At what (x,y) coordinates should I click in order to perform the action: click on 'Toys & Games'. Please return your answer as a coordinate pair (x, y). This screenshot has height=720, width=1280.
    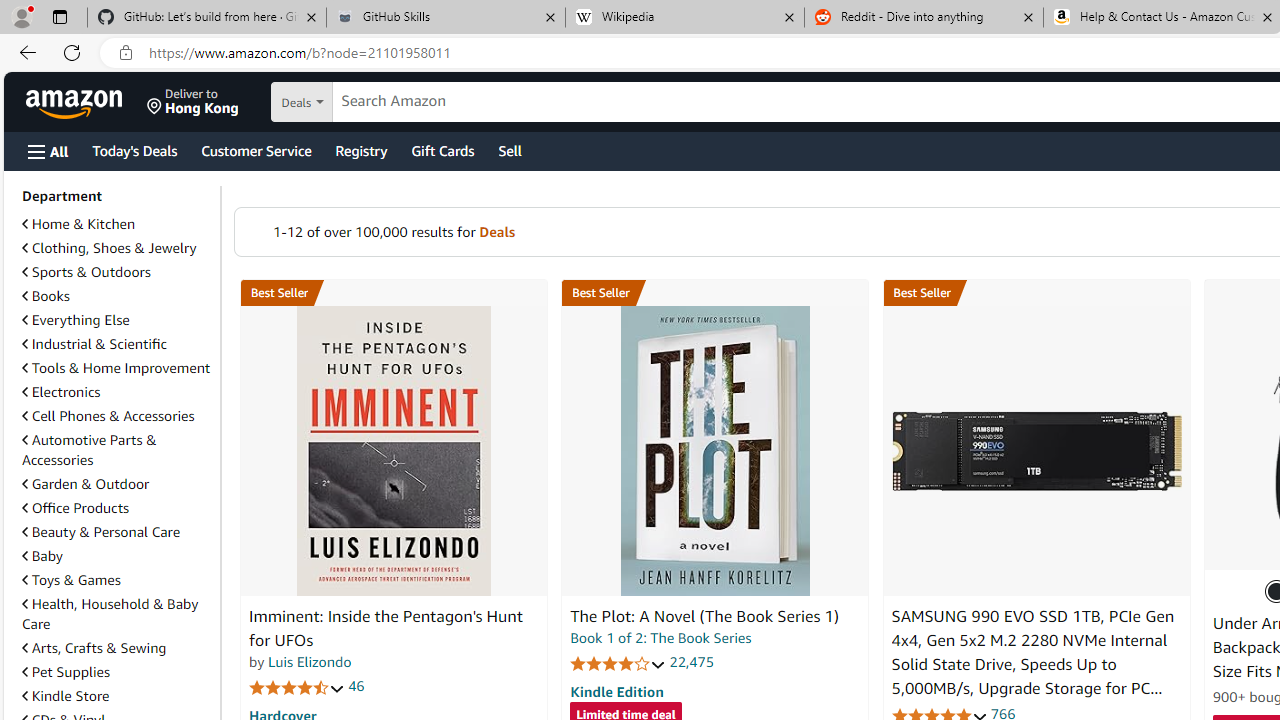
    Looking at the image, I should click on (71, 579).